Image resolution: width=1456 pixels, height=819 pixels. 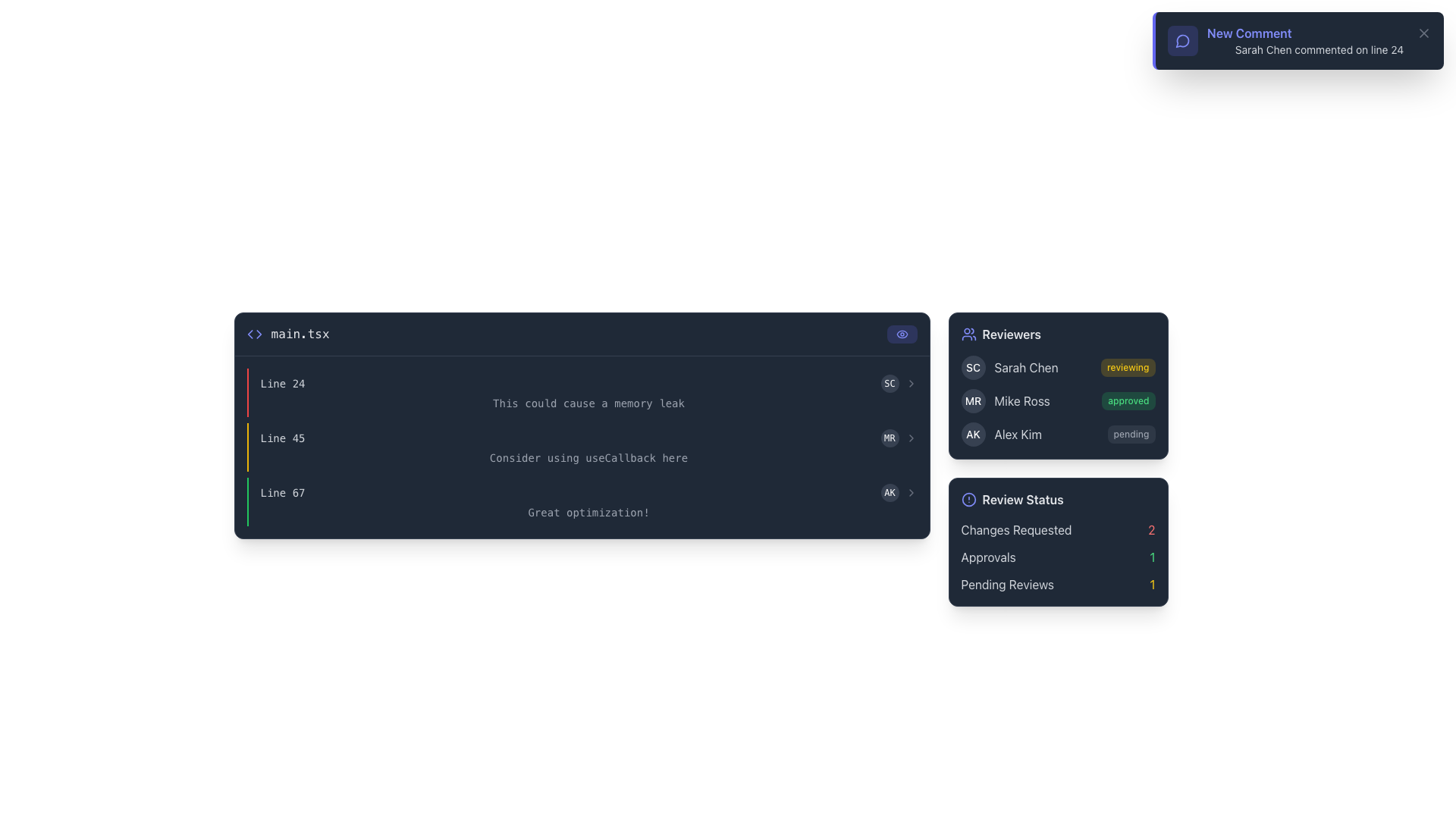 I want to click on the User Identity Display element that shows 'AK Alex Kim', located in the 'Reviewers' section as the third item, so click(x=1001, y=435).